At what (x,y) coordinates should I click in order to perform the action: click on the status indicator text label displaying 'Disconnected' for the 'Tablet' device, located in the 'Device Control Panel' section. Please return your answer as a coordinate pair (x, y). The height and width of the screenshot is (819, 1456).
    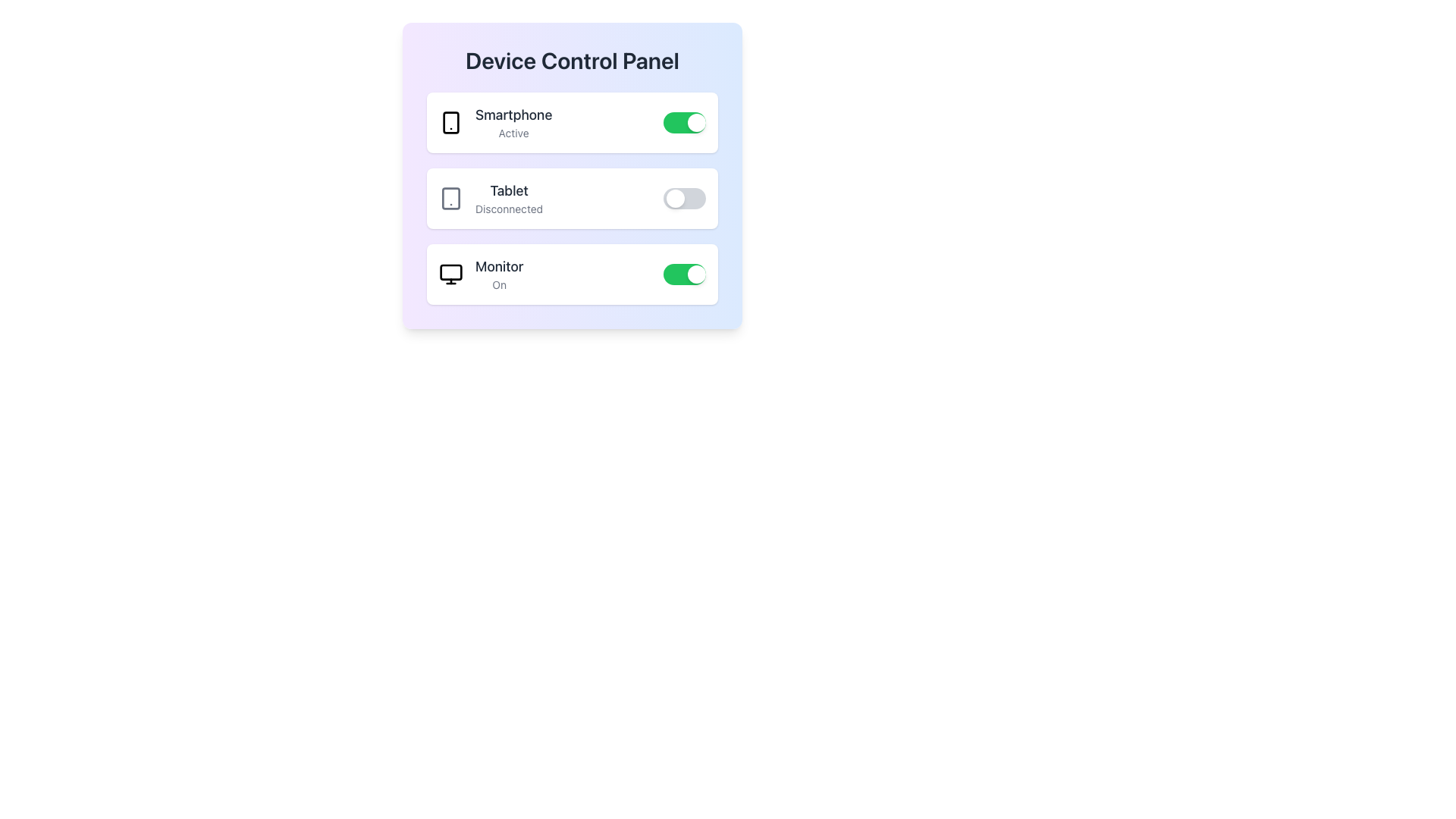
    Looking at the image, I should click on (509, 209).